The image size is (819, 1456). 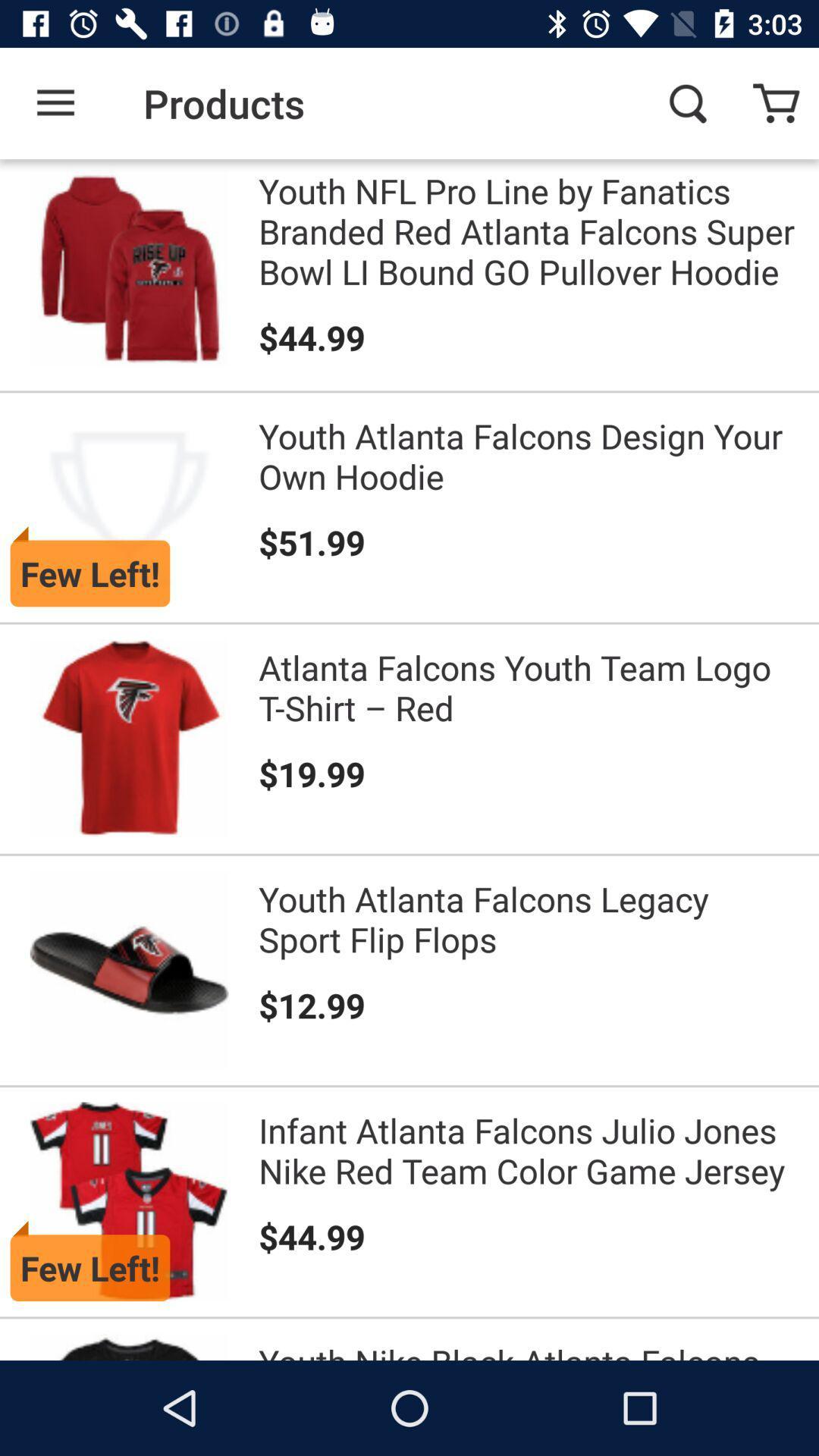 What do you see at coordinates (128, 969) in the screenshot?
I see `the image which is left to the text 1299` at bounding box center [128, 969].